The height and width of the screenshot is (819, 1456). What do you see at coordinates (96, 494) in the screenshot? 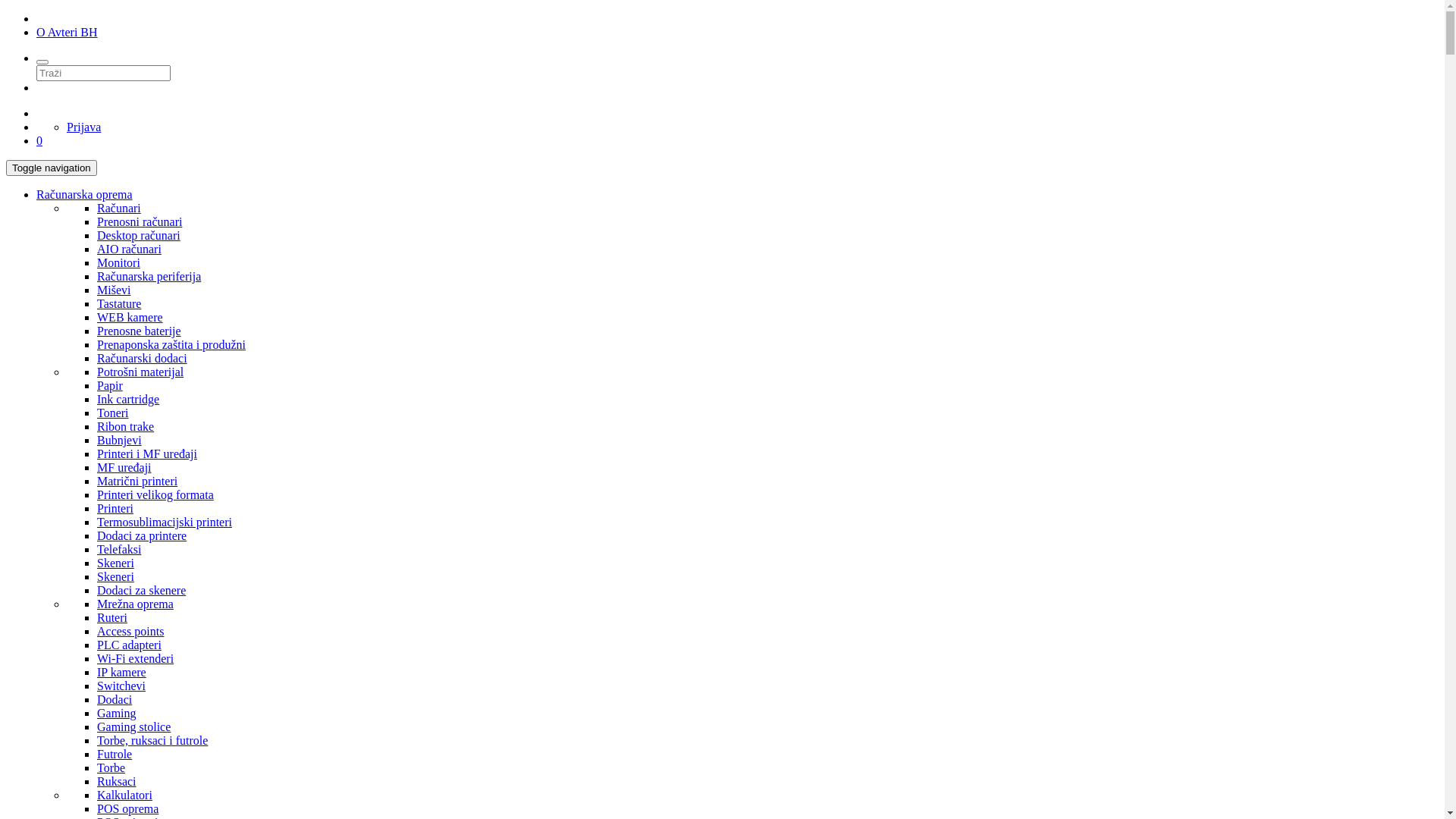
I see `'Printeri velikog formata'` at bounding box center [96, 494].